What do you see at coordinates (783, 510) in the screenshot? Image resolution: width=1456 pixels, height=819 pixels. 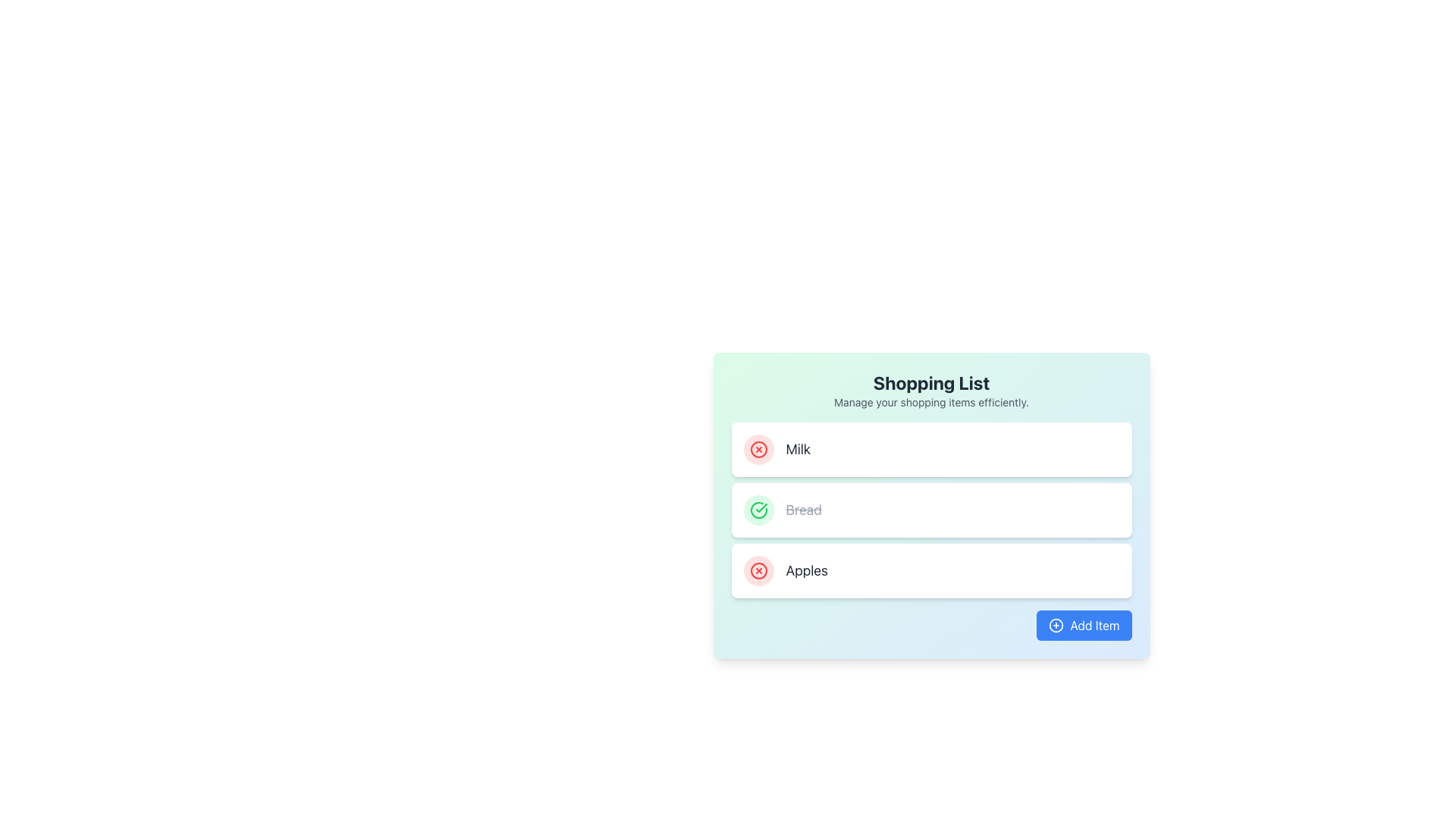 I see `the completed shopping list item for 'Bread', which is the second item in the list, positioned below 'Milk' and above 'Apples'` at bounding box center [783, 510].